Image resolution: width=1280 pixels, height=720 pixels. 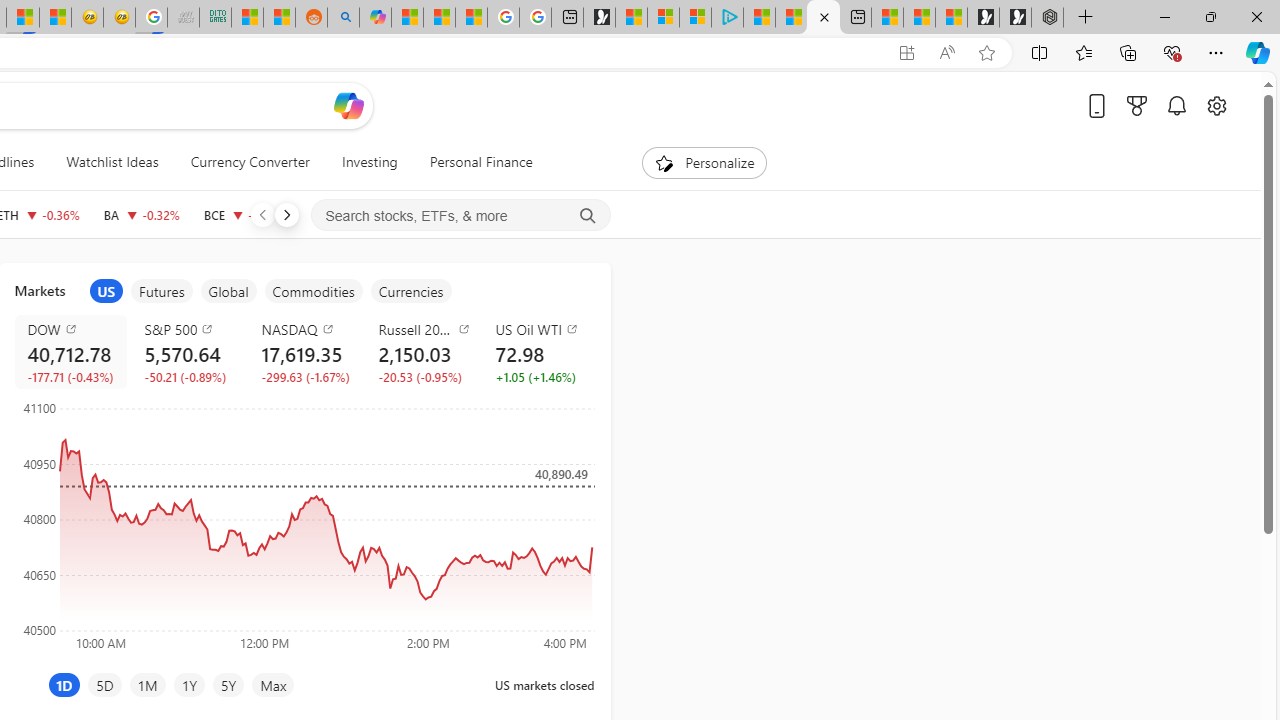 What do you see at coordinates (249, 162) in the screenshot?
I see `'Currency Converter'` at bounding box center [249, 162].